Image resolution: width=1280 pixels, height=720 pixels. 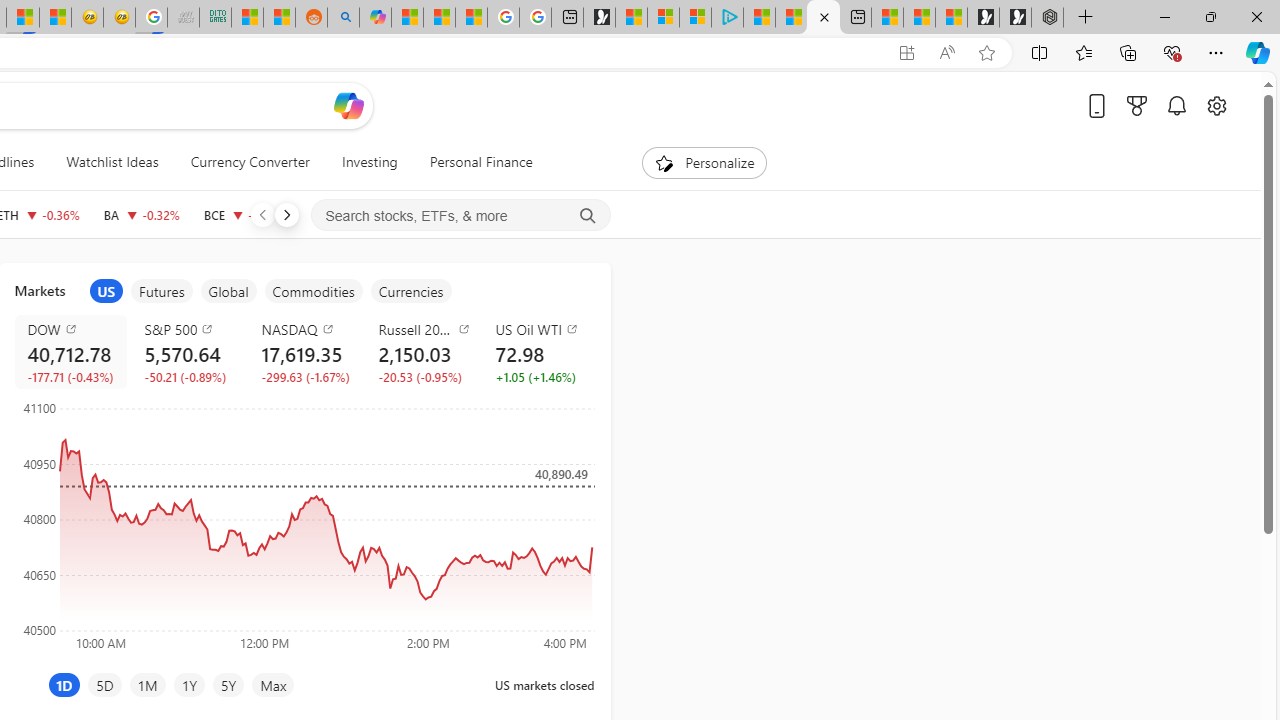 What do you see at coordinates (249, 162) in the screenshot?
I see `'Currency Converter'` at bounding box center [249, 162].